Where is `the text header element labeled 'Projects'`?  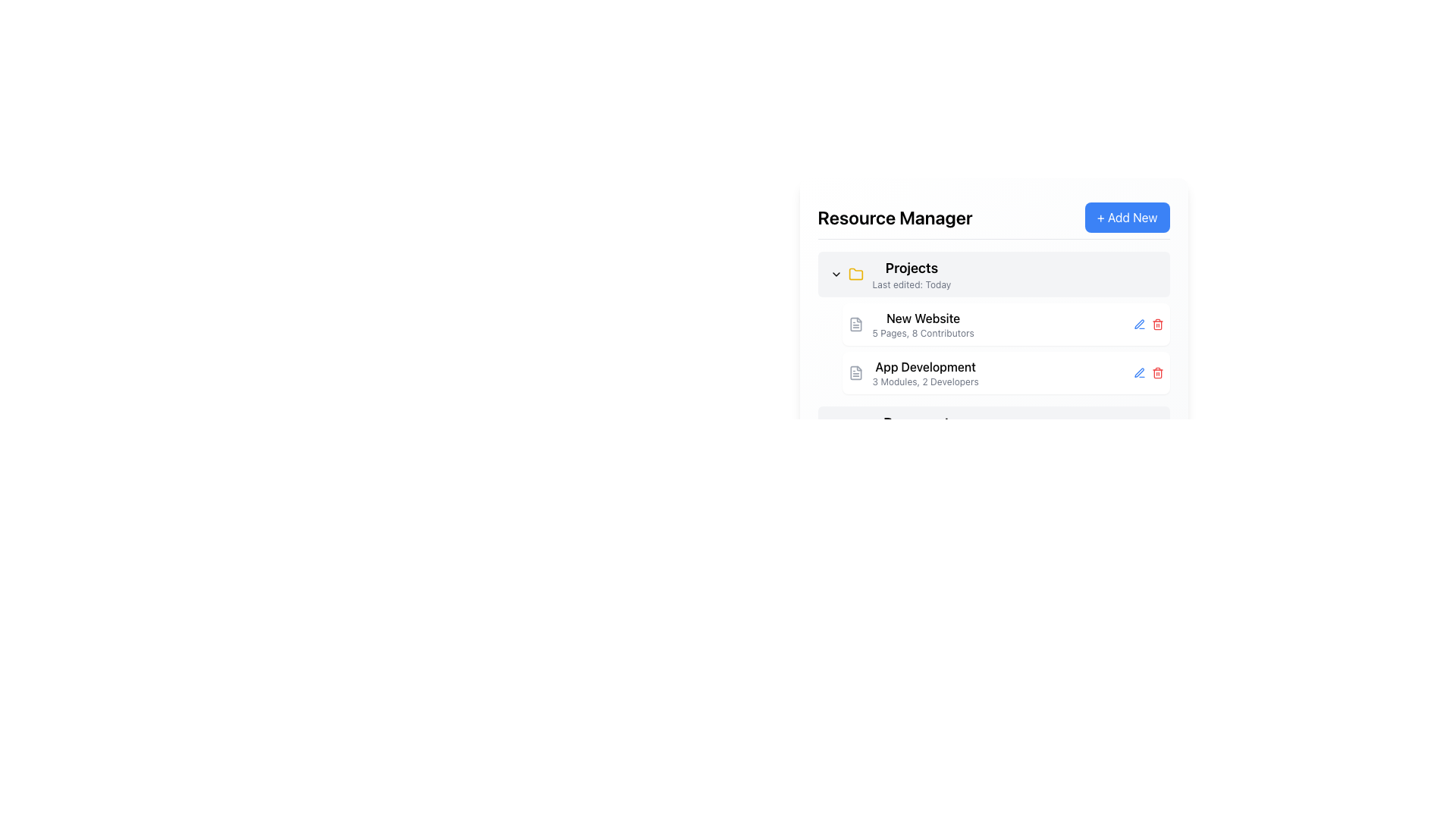
the text header element labeled 'Projects' is located at coordinates (911, 275).